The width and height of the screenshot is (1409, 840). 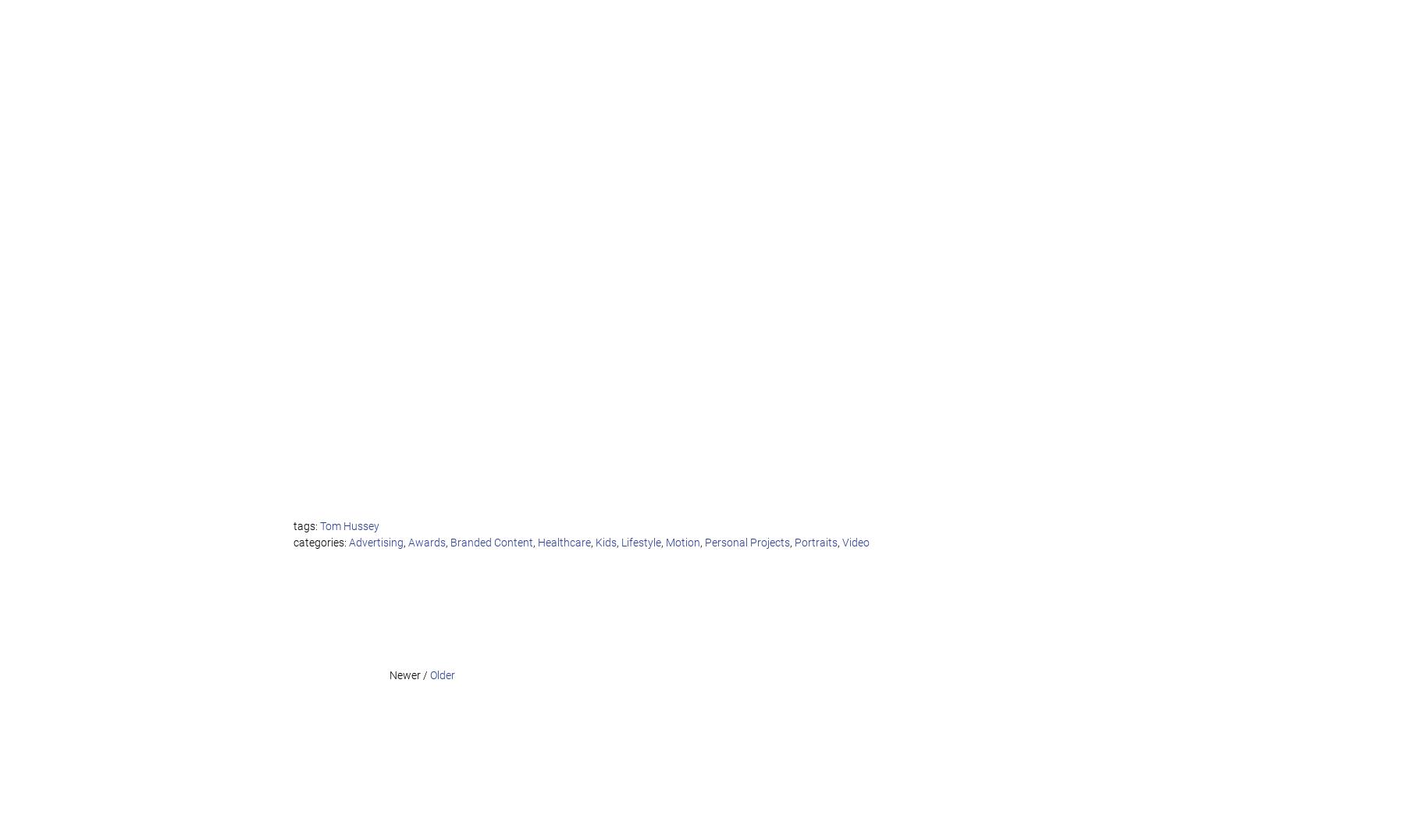 What do you see at coordinates (321, 542) in the screenshot?
I see `'categories:'` at bounding box center [321, 542].